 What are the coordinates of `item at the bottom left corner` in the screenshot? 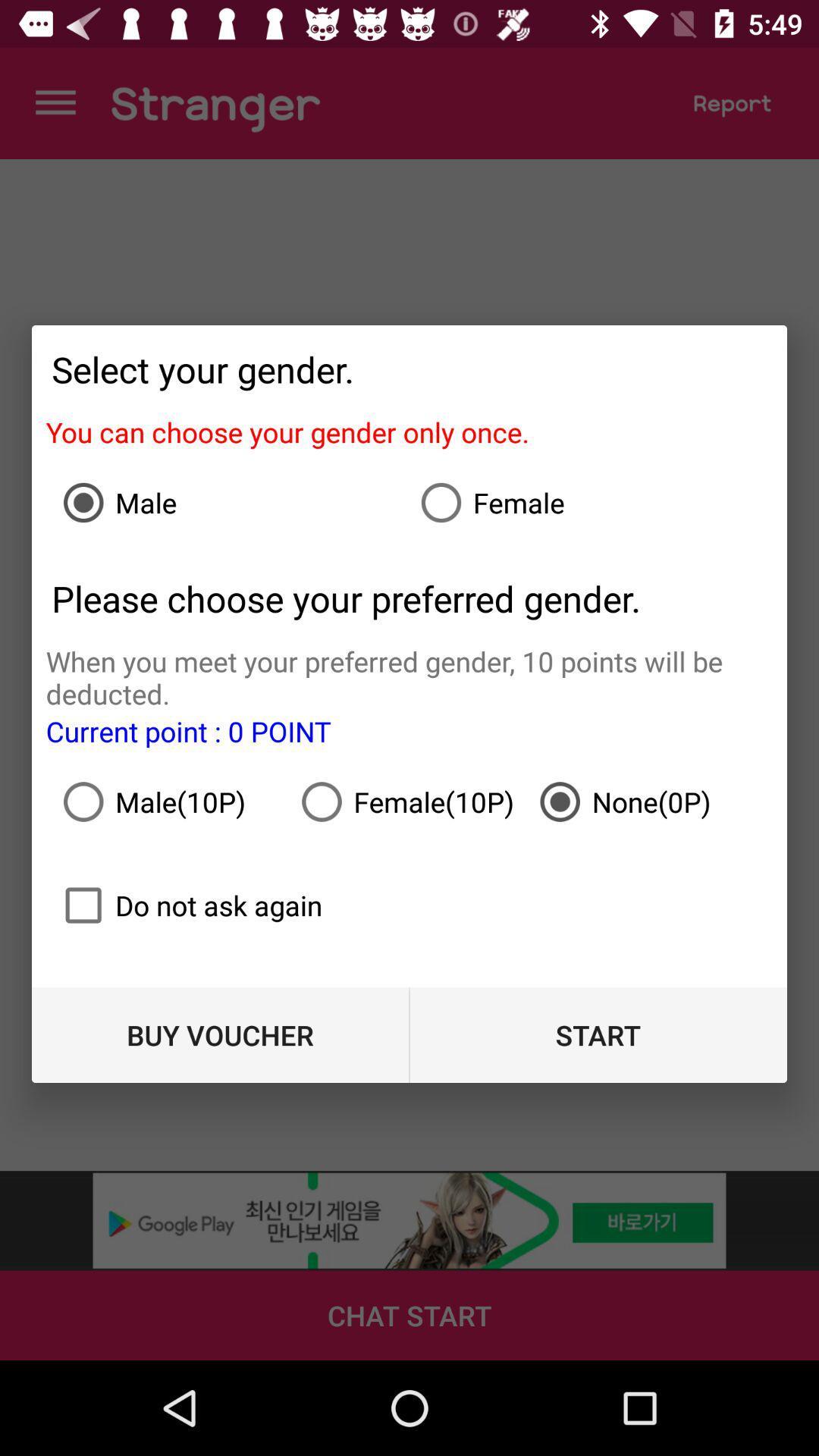 It's located at (220, 1034).